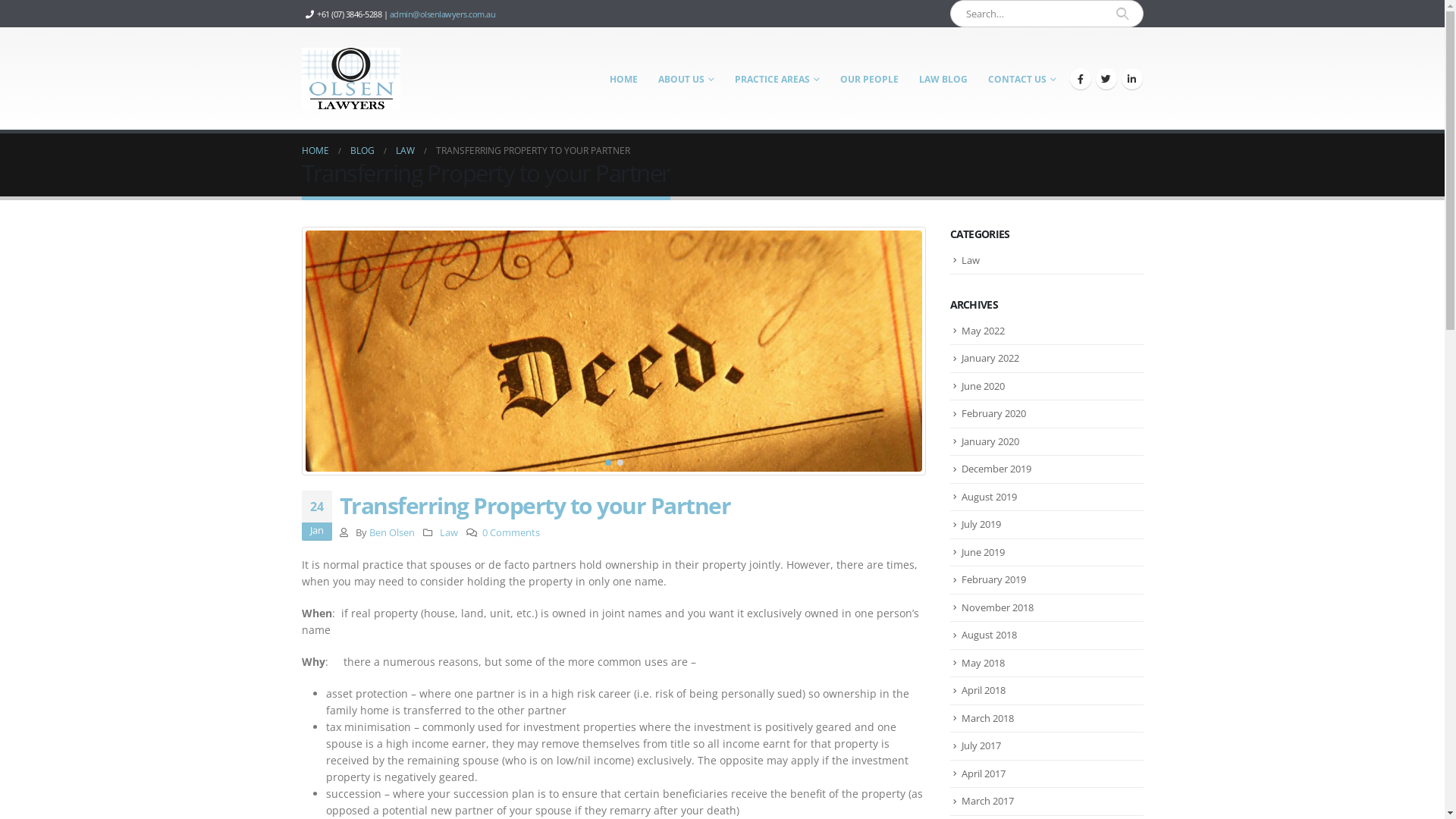  I want to click on 'January 2022', so click(960, 357).